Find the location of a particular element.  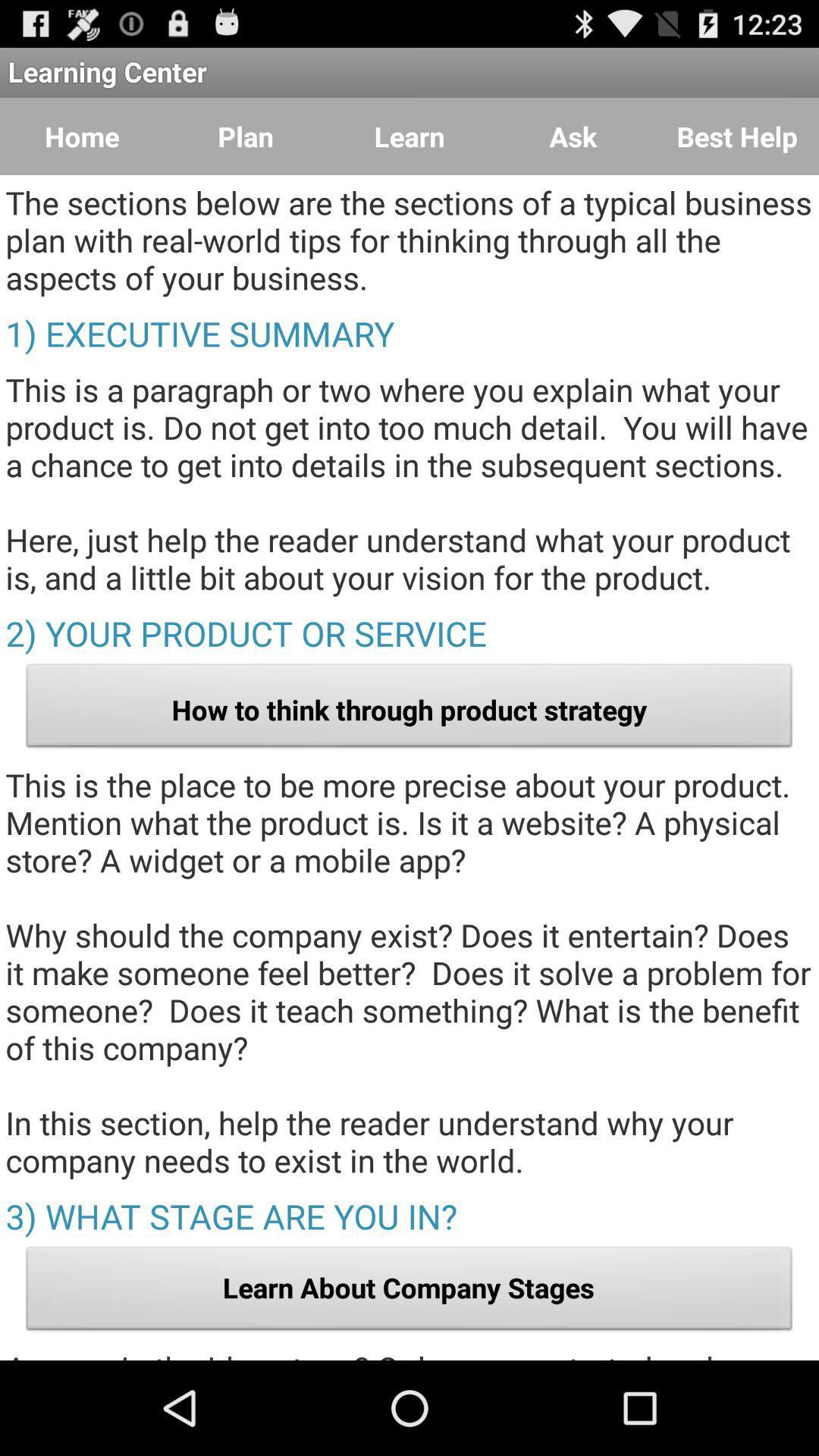

icon above the the sections below item is located at coordinates (82, 136).